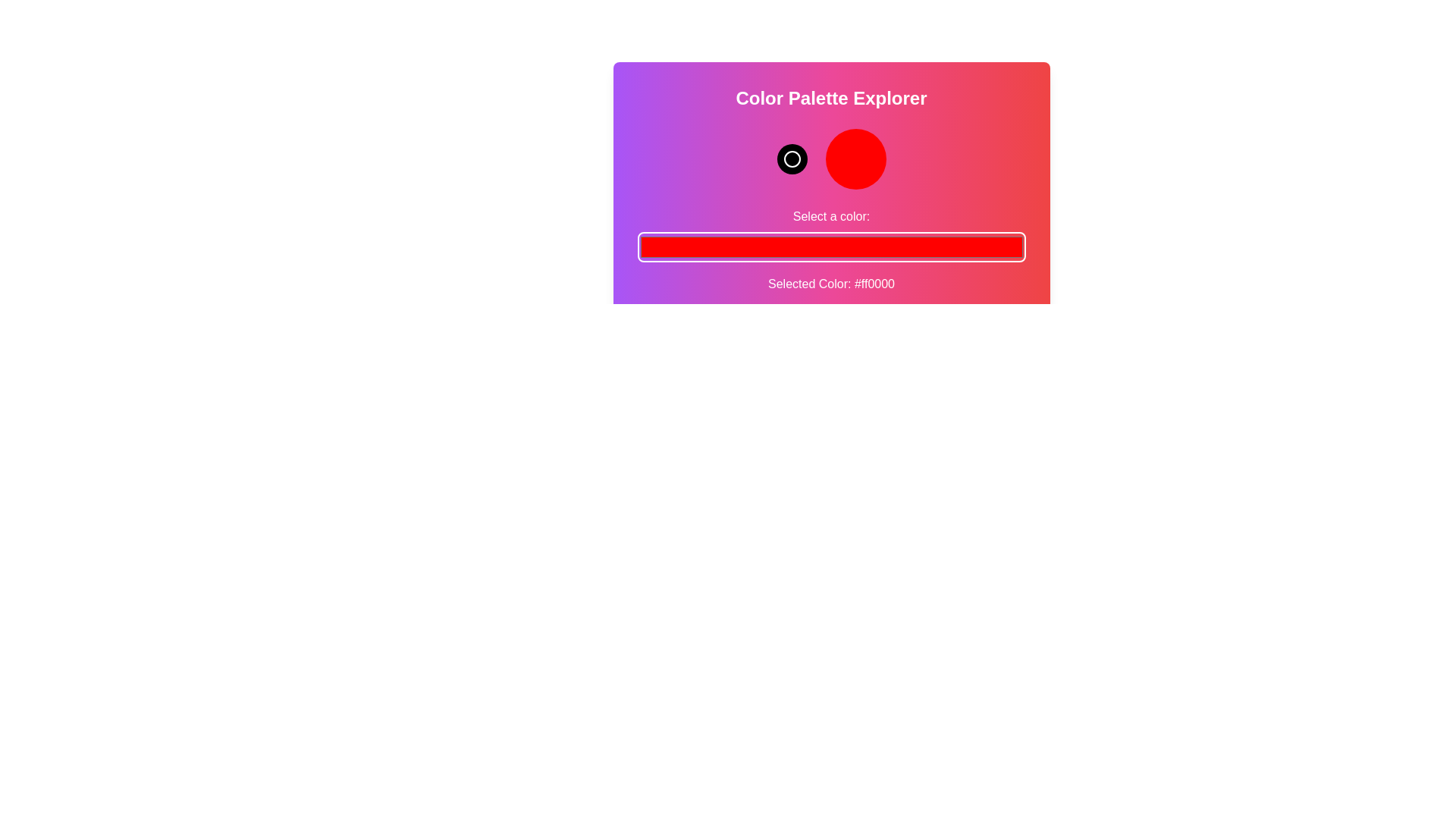 The image size is (1456, 819). I want to click on the color picker to a specific color value 9796868, so click(830, 246).